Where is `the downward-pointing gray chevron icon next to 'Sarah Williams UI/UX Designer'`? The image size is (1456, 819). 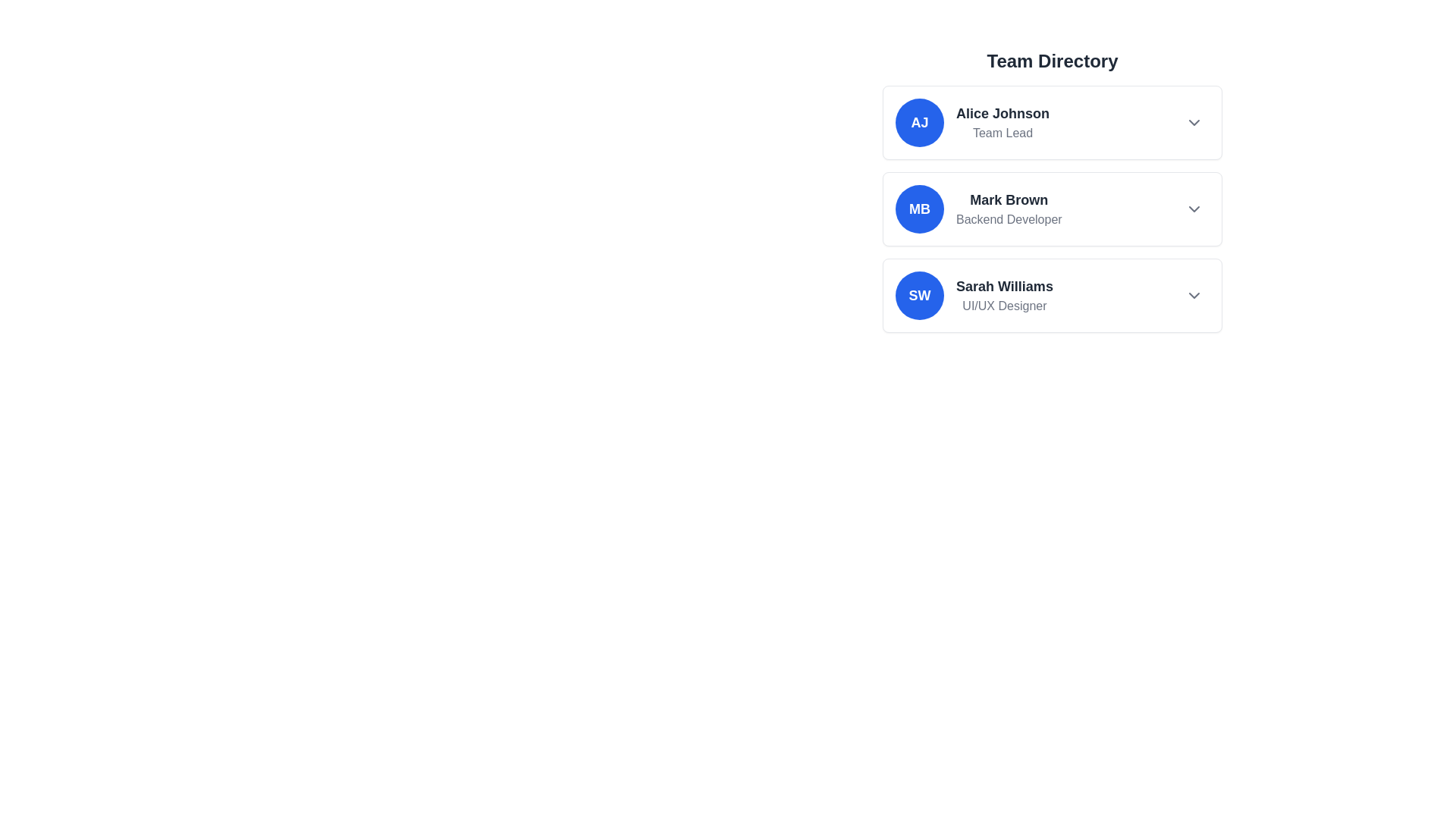
the downward-pointing gray chevron icon next to 'Sarah Williams UI/UX Designer' is located at coordinates (1193, 295).